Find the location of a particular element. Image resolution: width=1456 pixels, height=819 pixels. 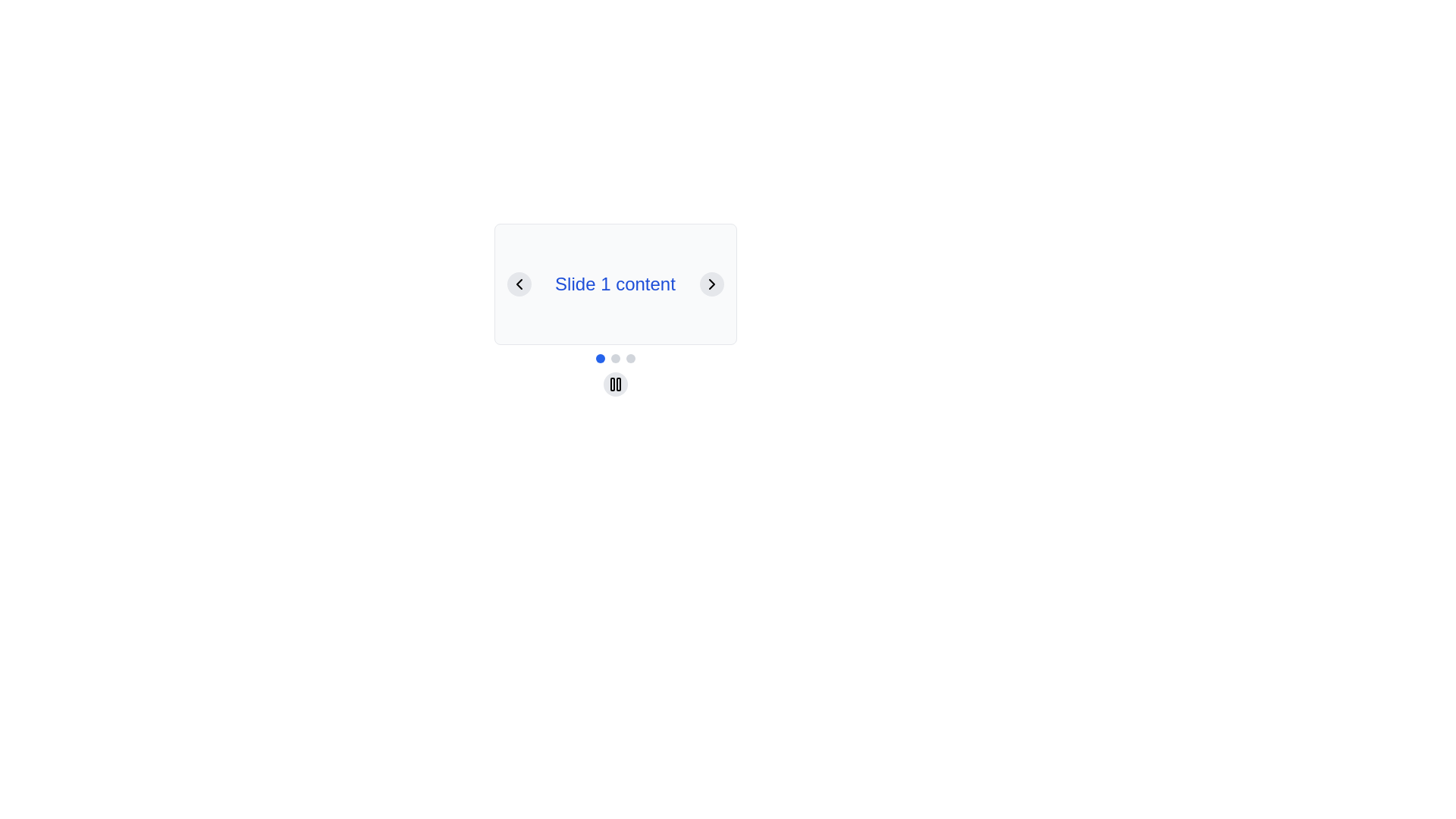

the left navigation button icon in the carousel is located at coordinates (519, 284).